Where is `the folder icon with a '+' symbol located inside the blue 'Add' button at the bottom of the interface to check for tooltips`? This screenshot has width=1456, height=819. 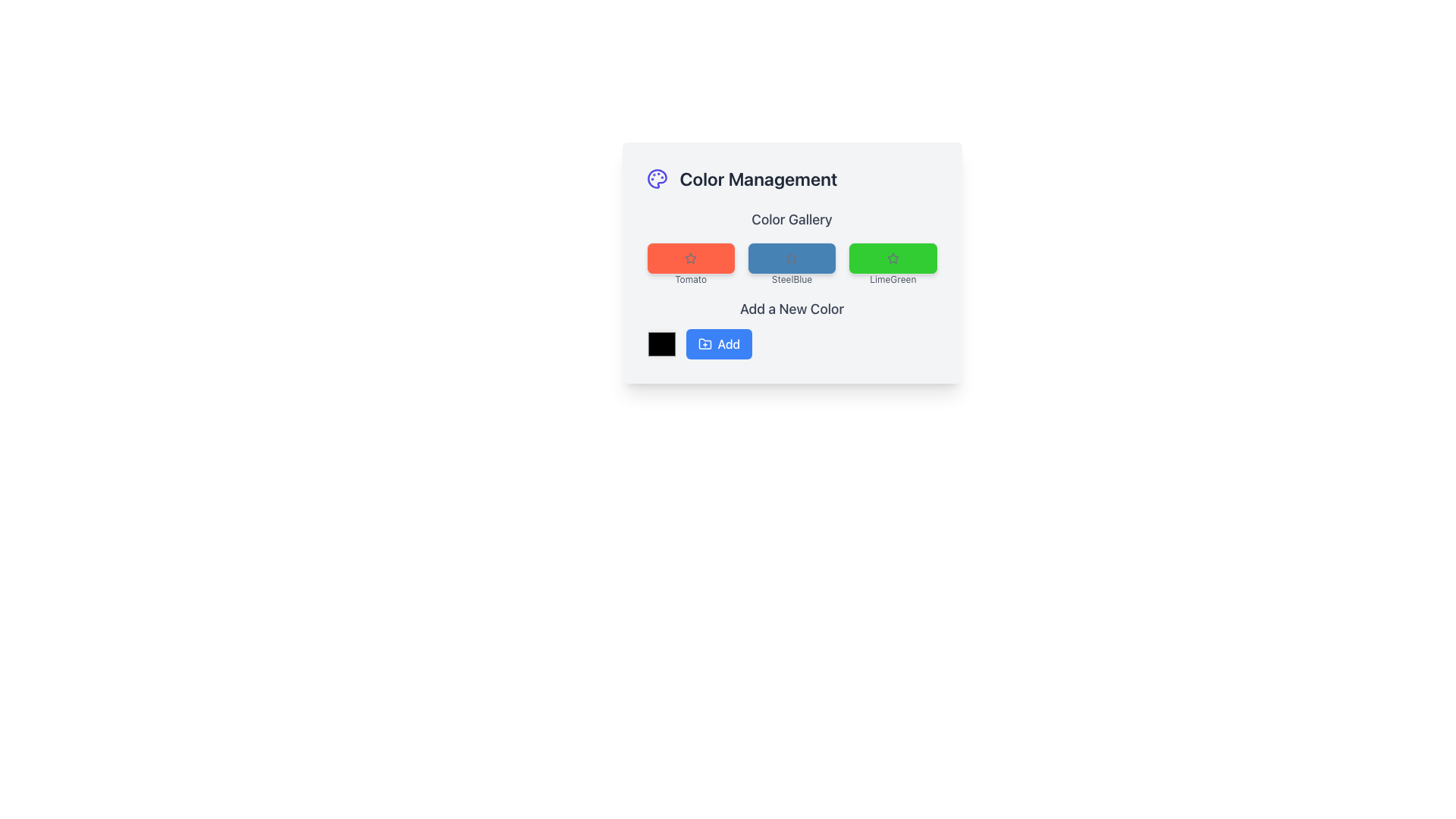 the folder icon with a '+' symbol located inside the blue 'Add' button at the bottom of the interface to check for tooltips is located at coordinates (704, 344).